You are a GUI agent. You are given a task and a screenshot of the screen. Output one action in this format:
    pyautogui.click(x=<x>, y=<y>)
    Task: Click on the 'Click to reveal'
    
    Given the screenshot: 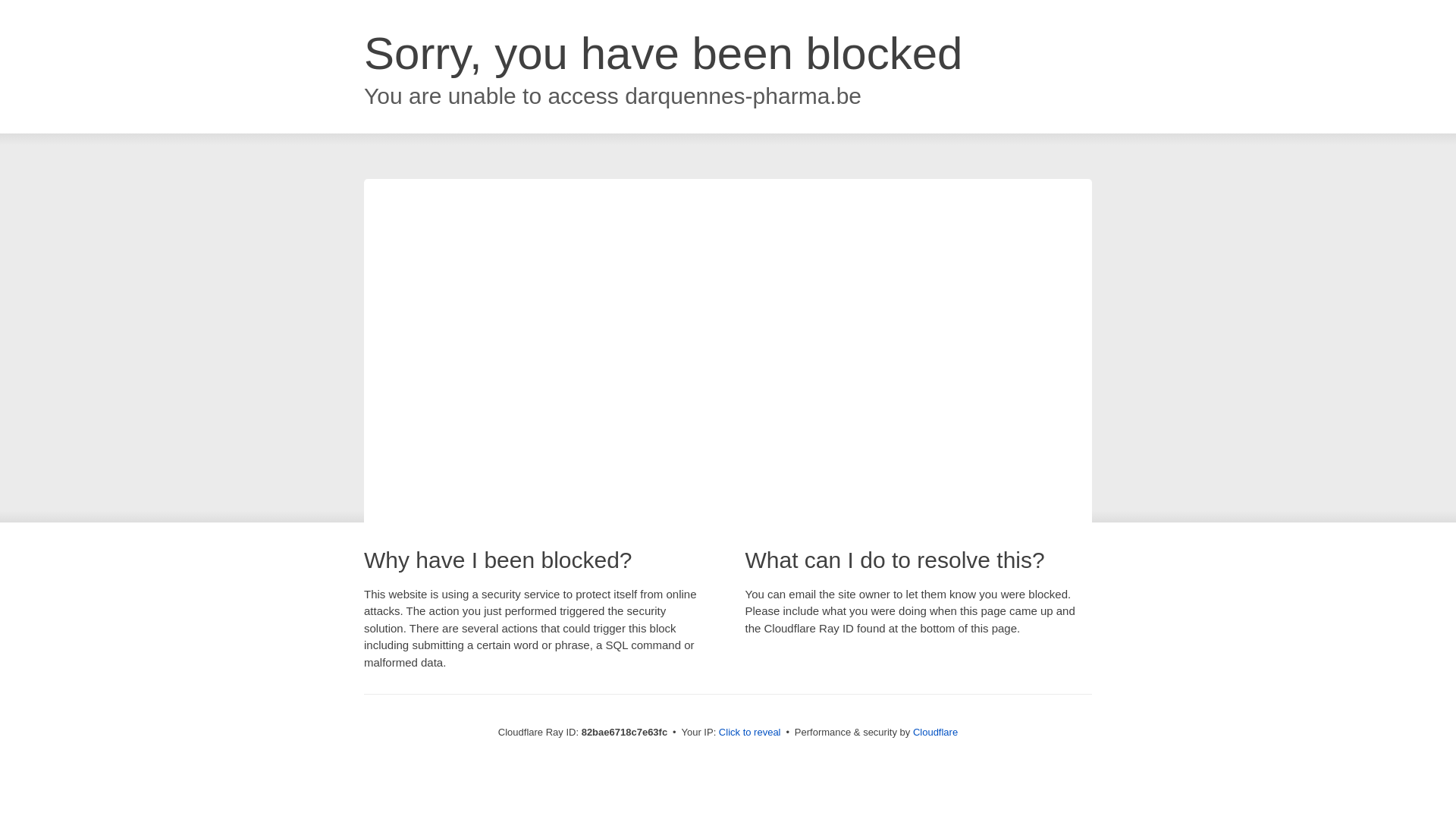 What is the action you would take?
    pyautogui.click(x=749, y=731)
    